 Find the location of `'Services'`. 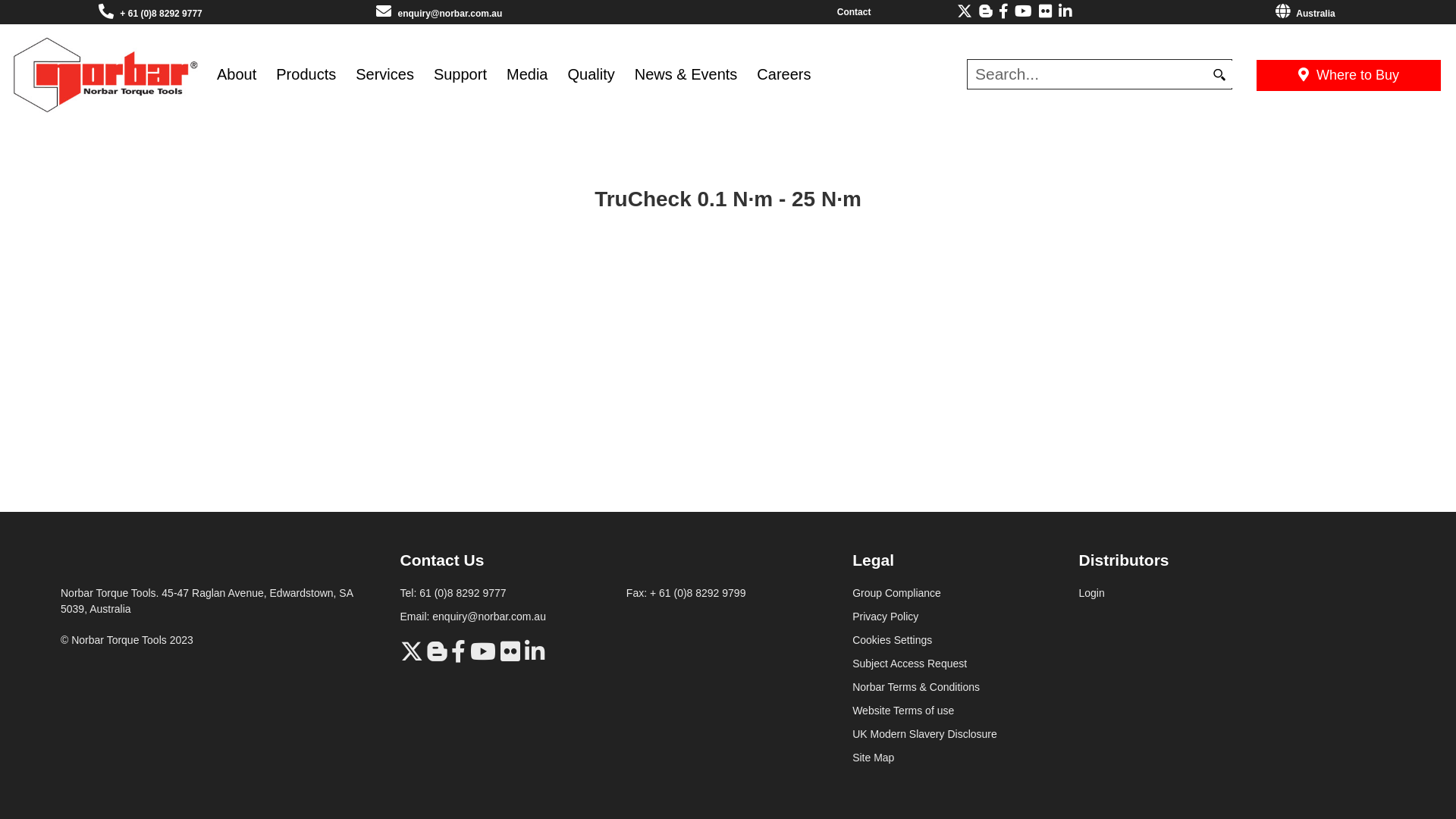

'Services' is located at coordinates (384, 74).